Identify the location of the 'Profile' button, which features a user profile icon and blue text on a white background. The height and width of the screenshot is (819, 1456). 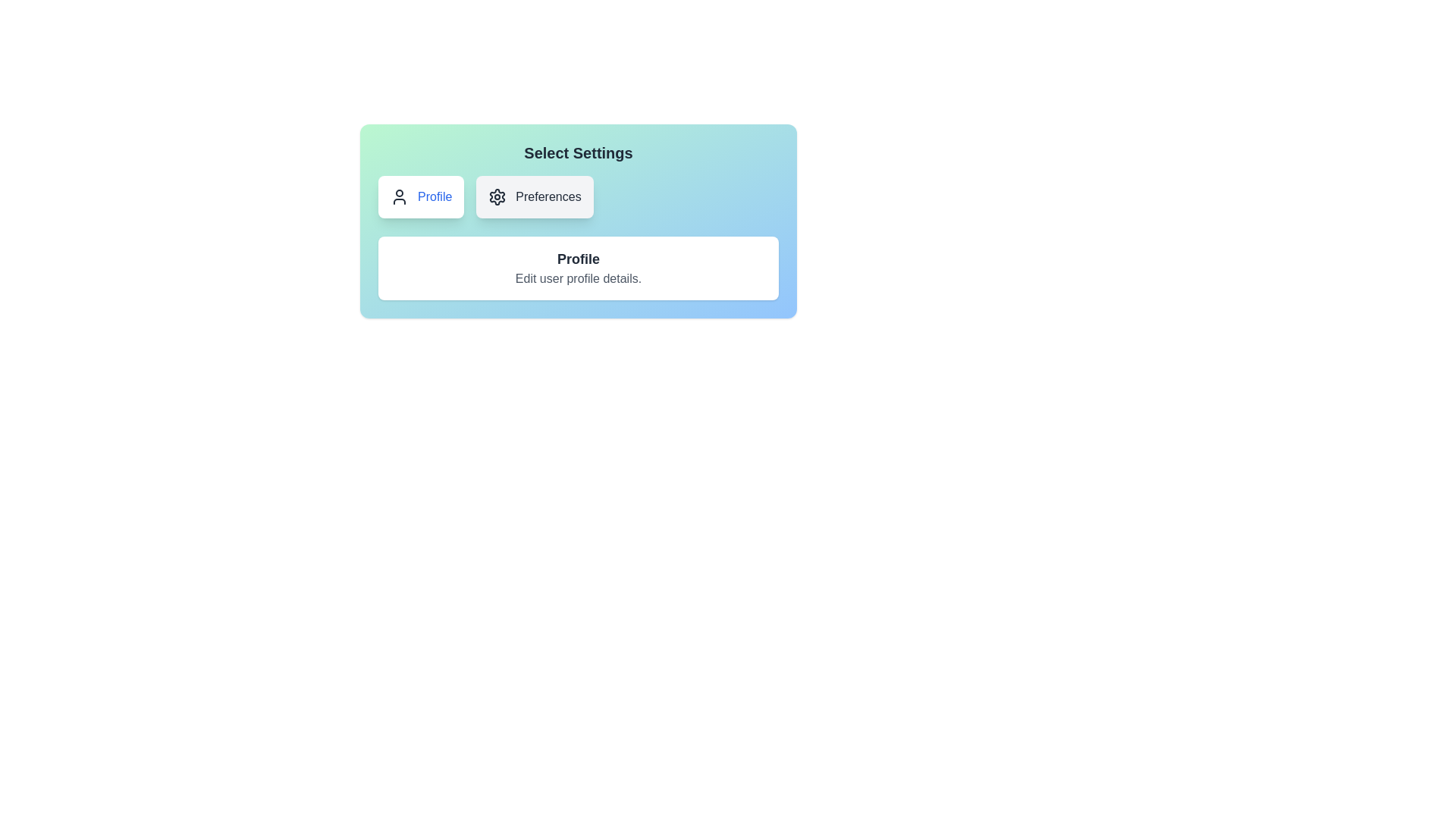
(421, 196).